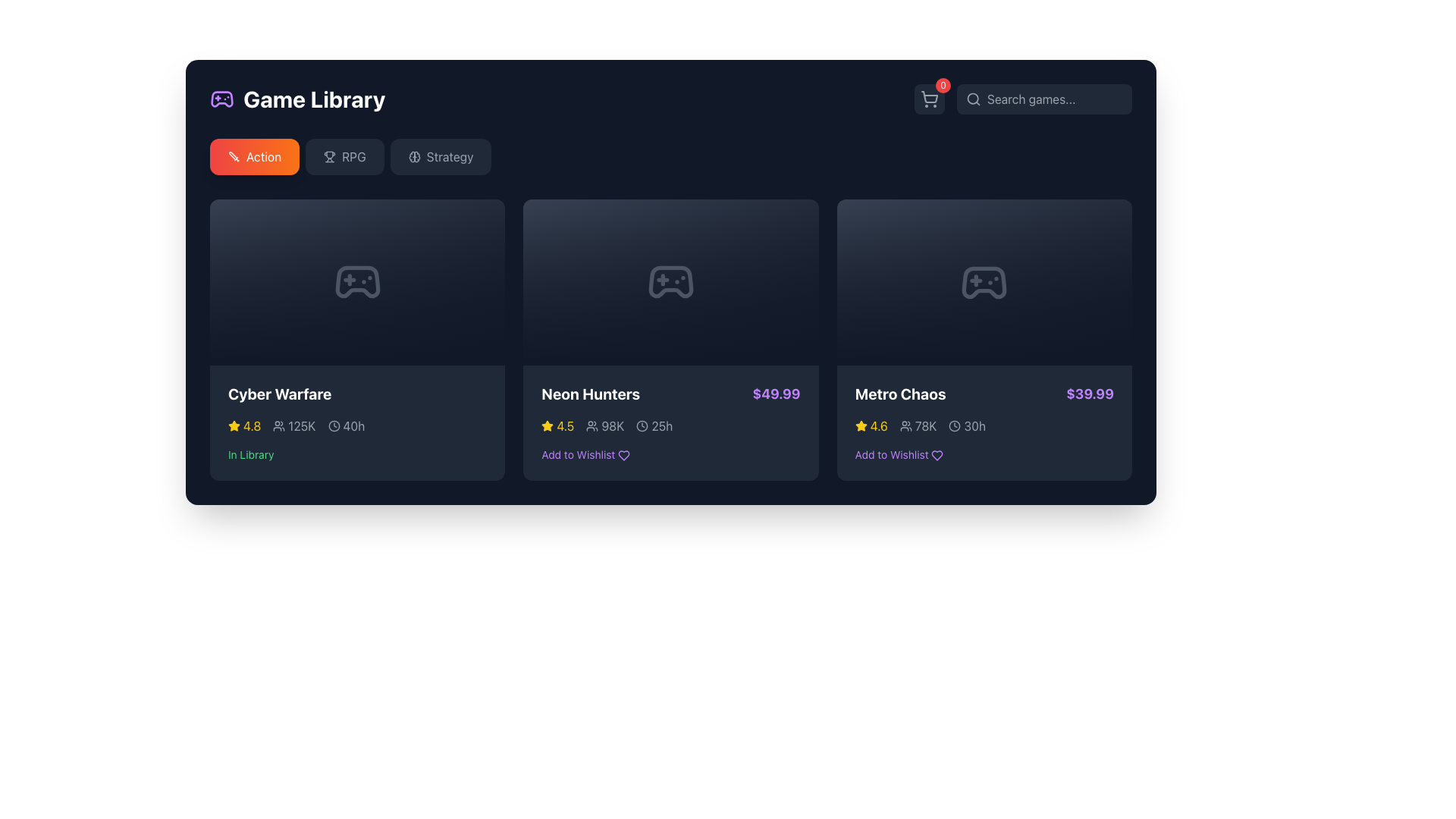 The width and height of the screenshot is (1456, 819). Describe the element at coordinates (1043, 99) in the screenshot. I see `the text input field located in the top-right corner of the interface, following the shopping cart icon` at that location.